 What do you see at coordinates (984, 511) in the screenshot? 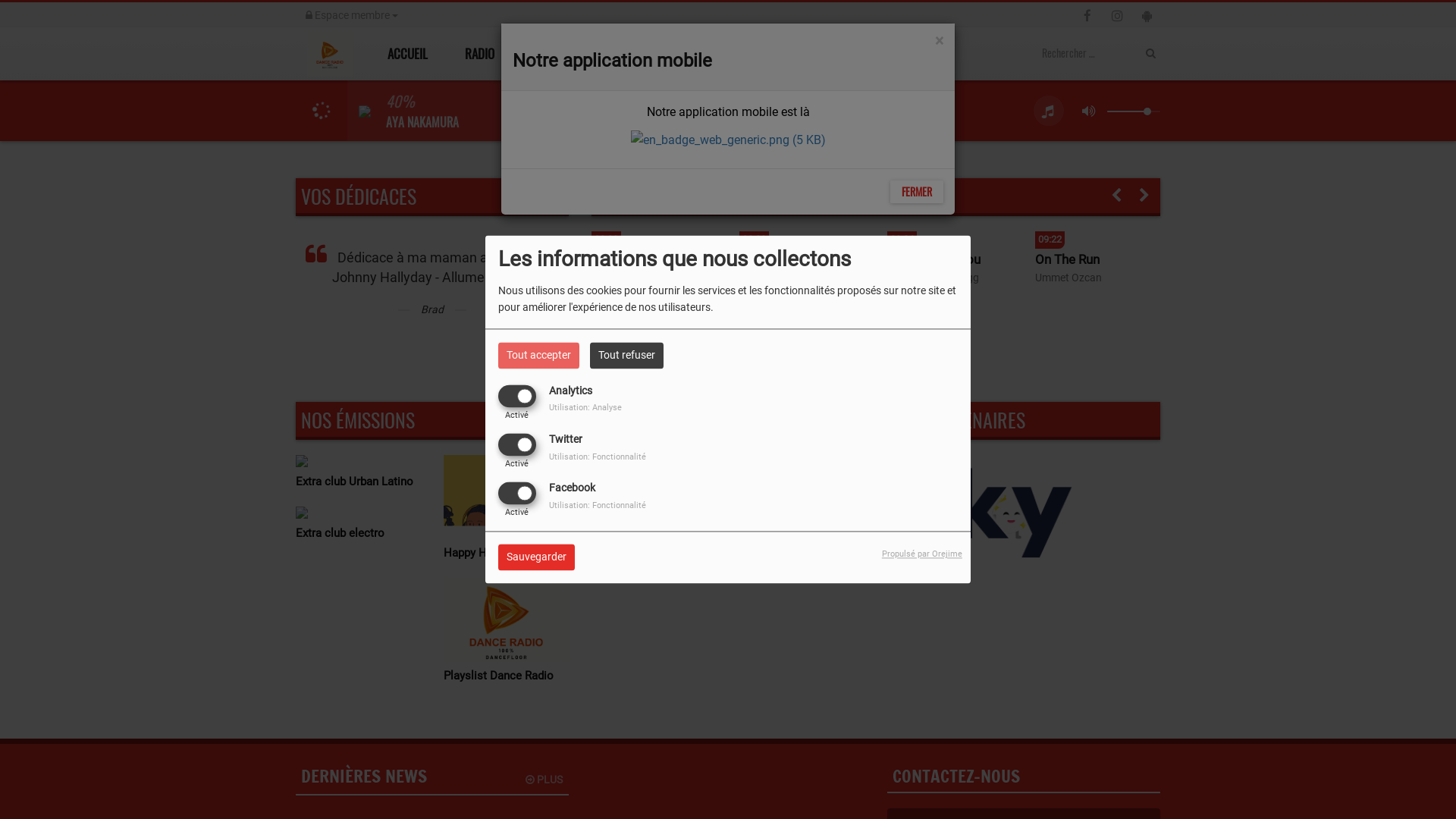
I see `'Skybot discord'` at bounding box center [984, 511].